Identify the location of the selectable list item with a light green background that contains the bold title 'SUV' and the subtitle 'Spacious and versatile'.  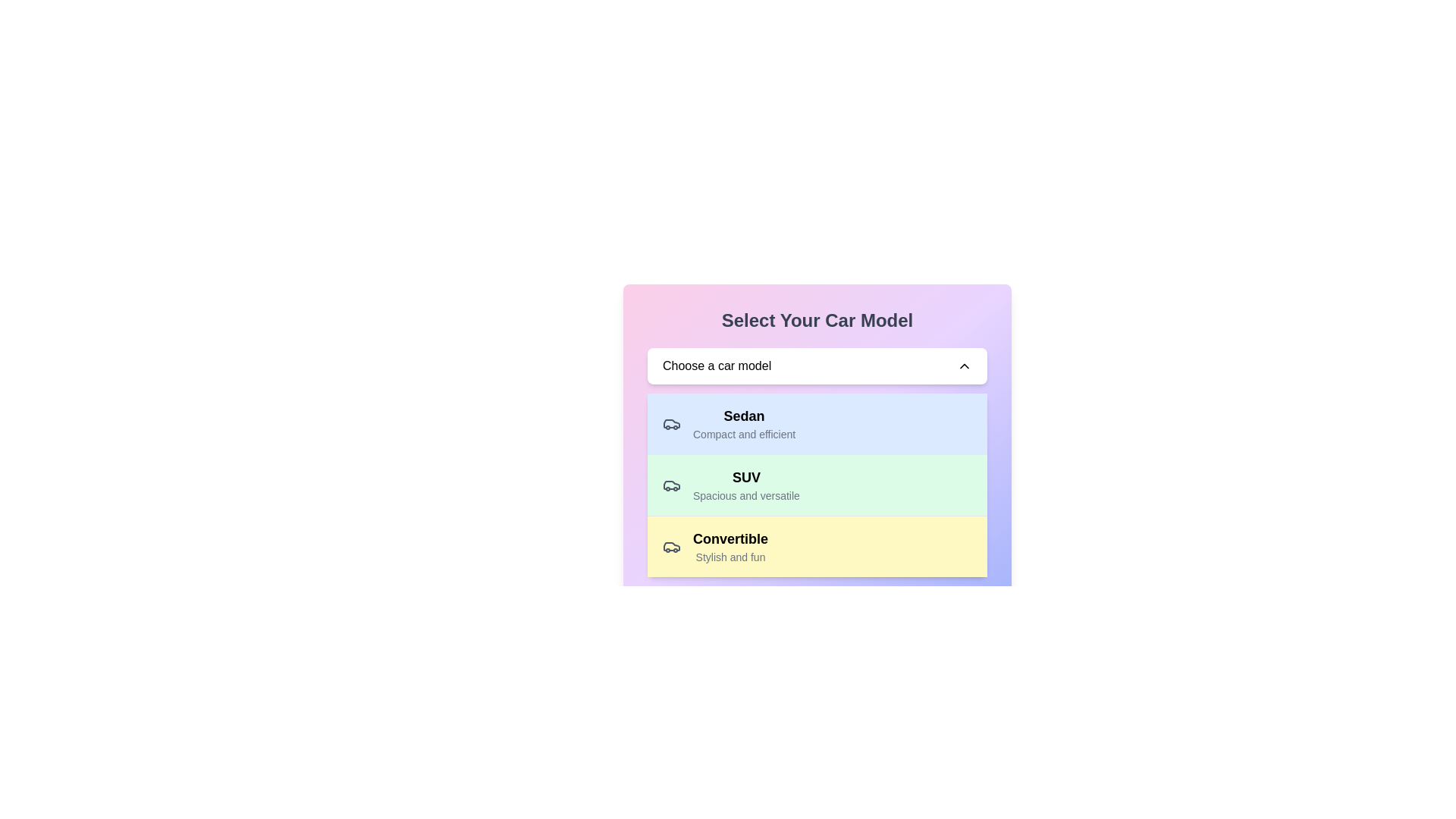
(817, 485).